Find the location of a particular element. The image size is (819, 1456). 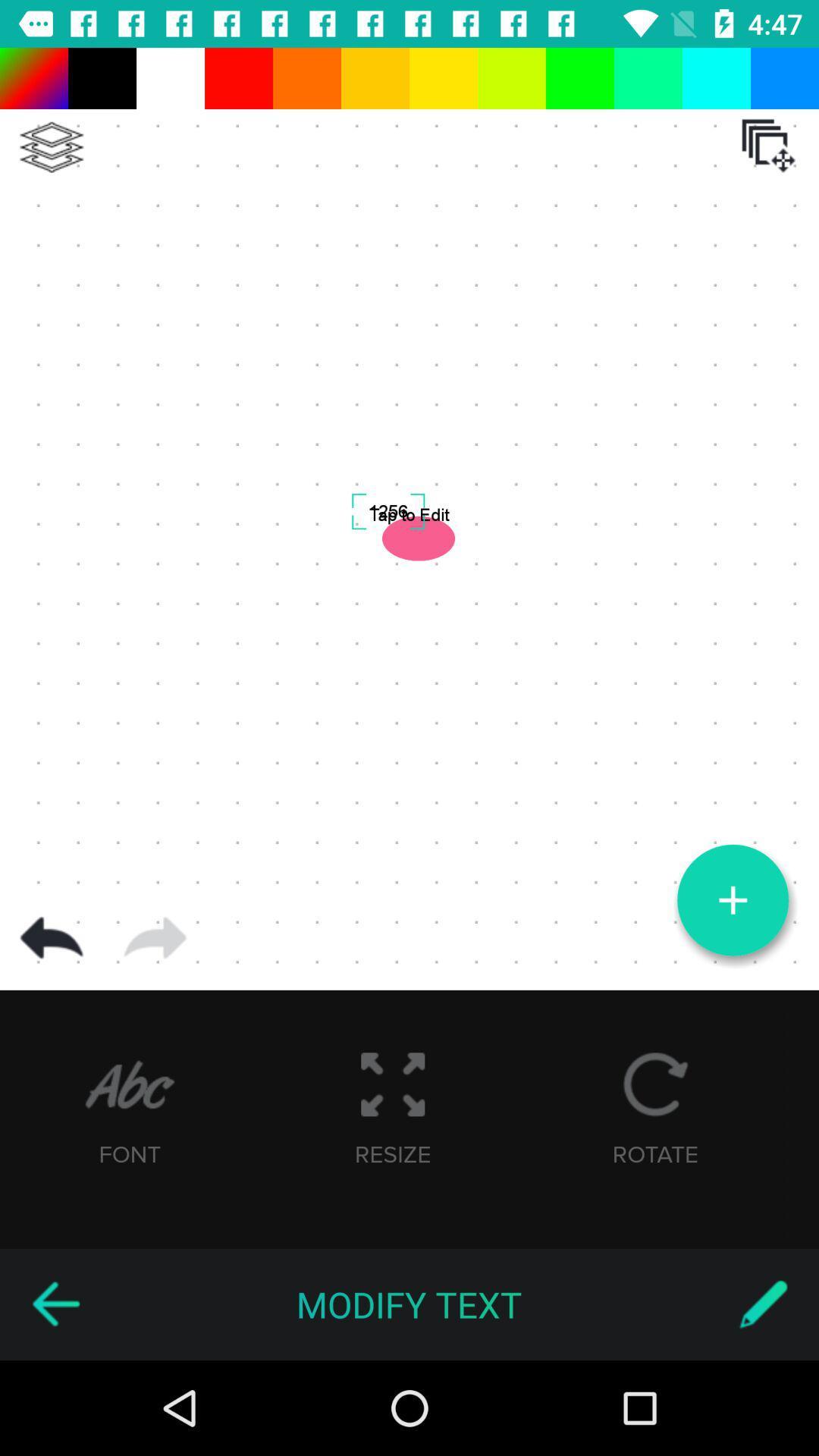

edit text is located at coordinates (763, 1304).